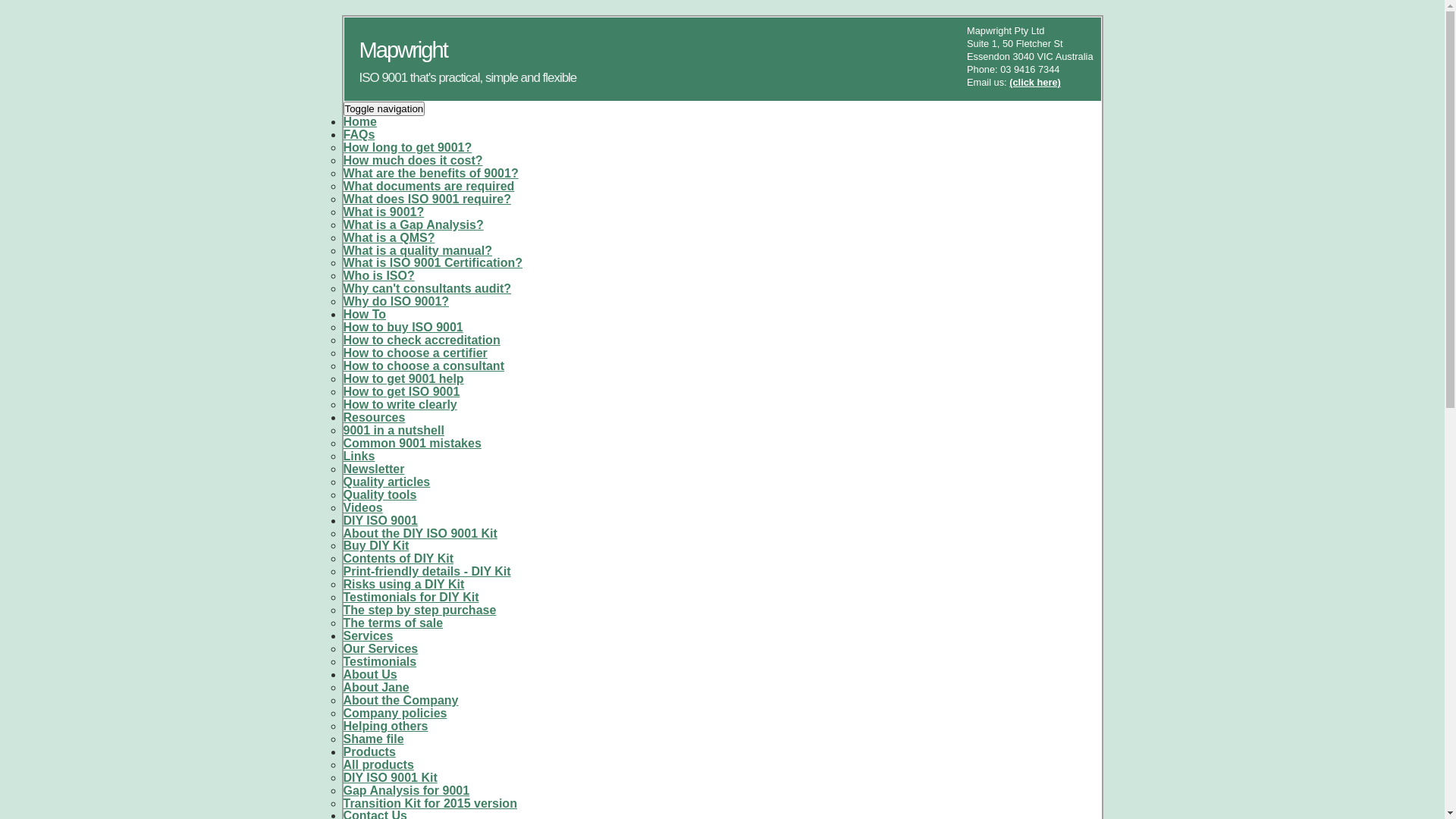 The width and height of the screenshot is (1456, 819). What do you see at coordinates (341, 160) in the screenshot?
I see `'How much does it cost?'` at bounding box center [341, 160].